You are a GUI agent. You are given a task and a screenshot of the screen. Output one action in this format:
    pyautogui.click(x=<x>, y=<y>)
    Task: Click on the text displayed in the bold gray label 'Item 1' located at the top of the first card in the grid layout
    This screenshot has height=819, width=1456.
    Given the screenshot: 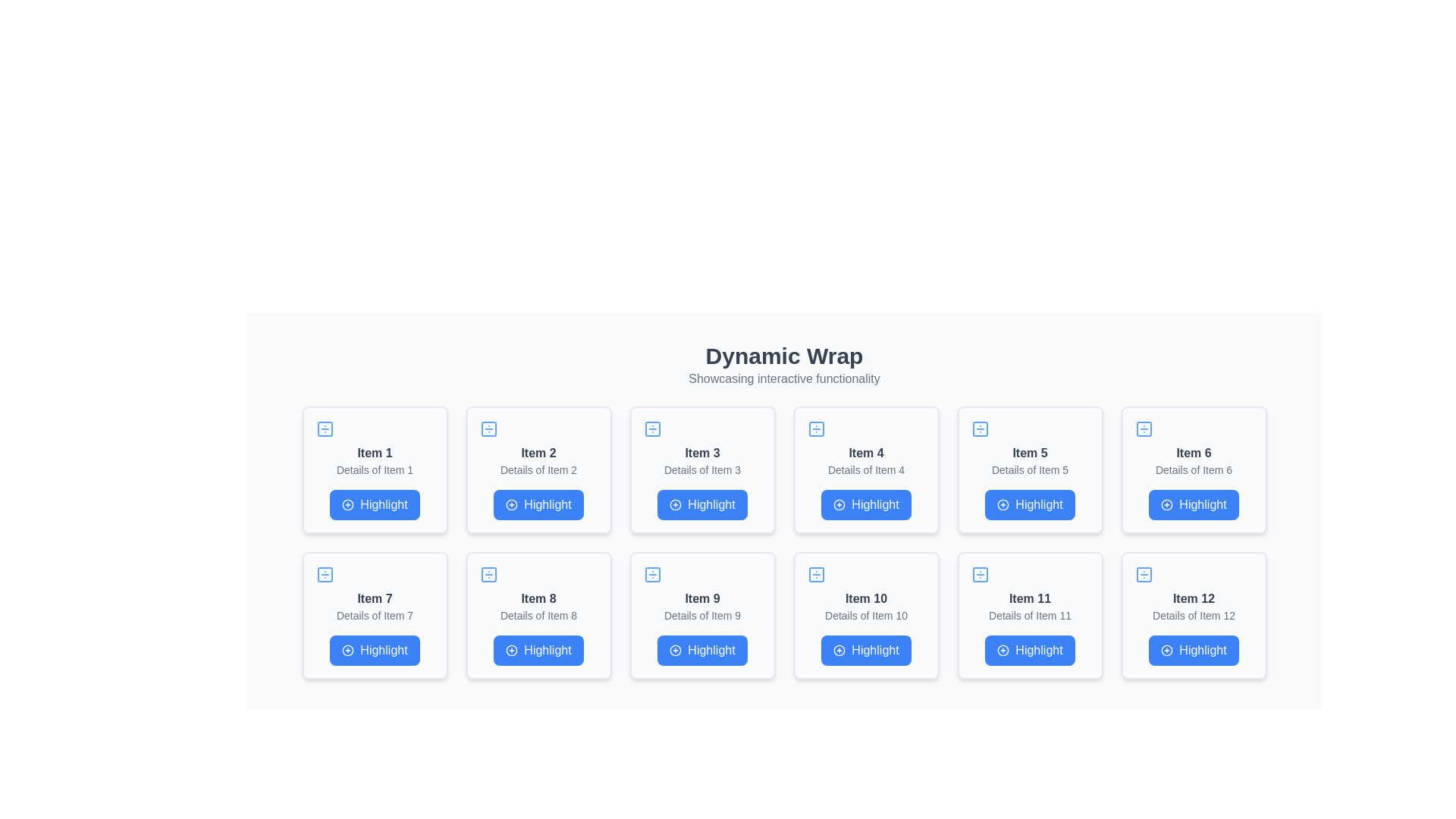 What is the action you would take?
    pyautogui.click(x=375, y=452)
    